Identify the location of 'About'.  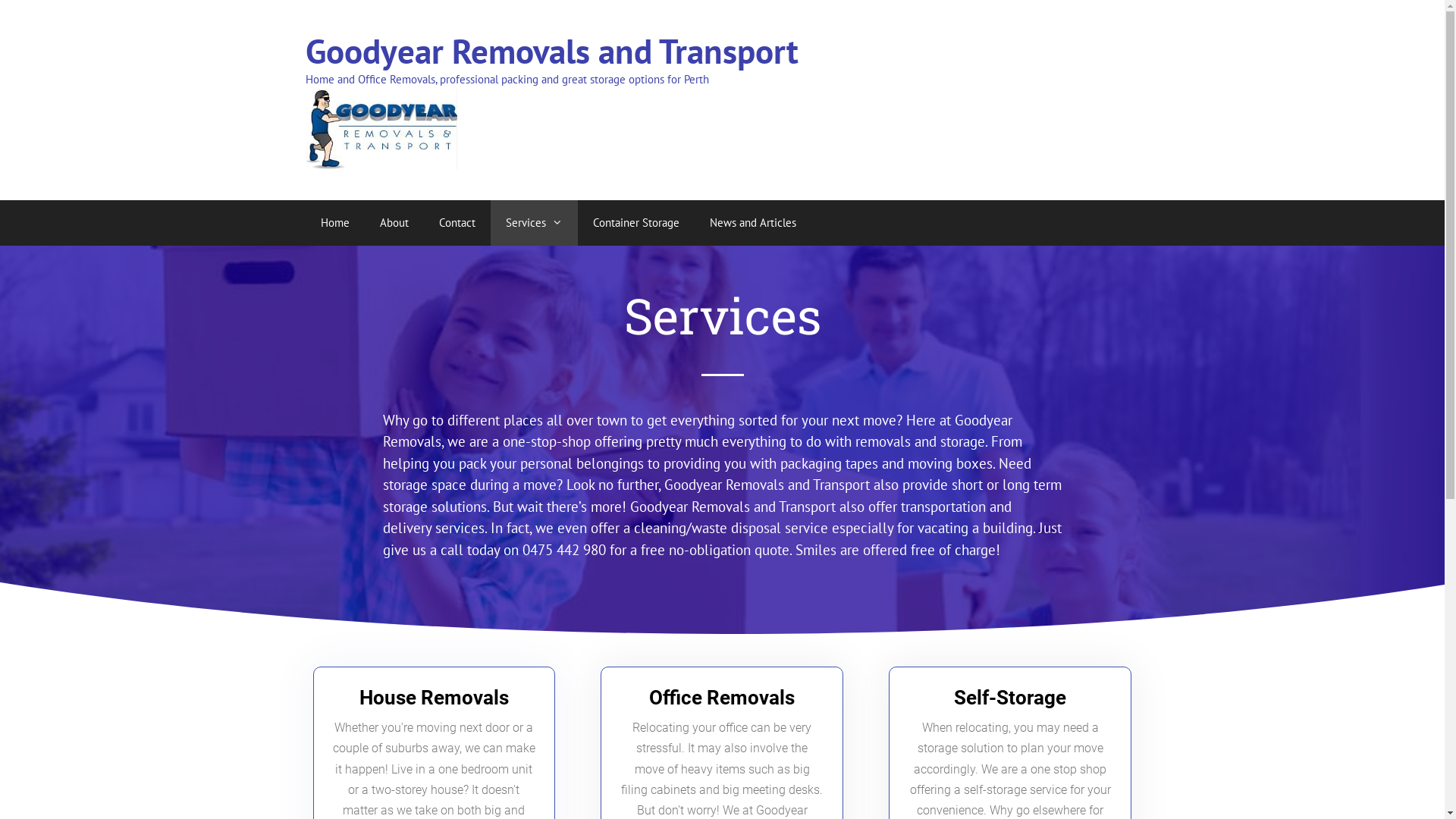
(393, 222).